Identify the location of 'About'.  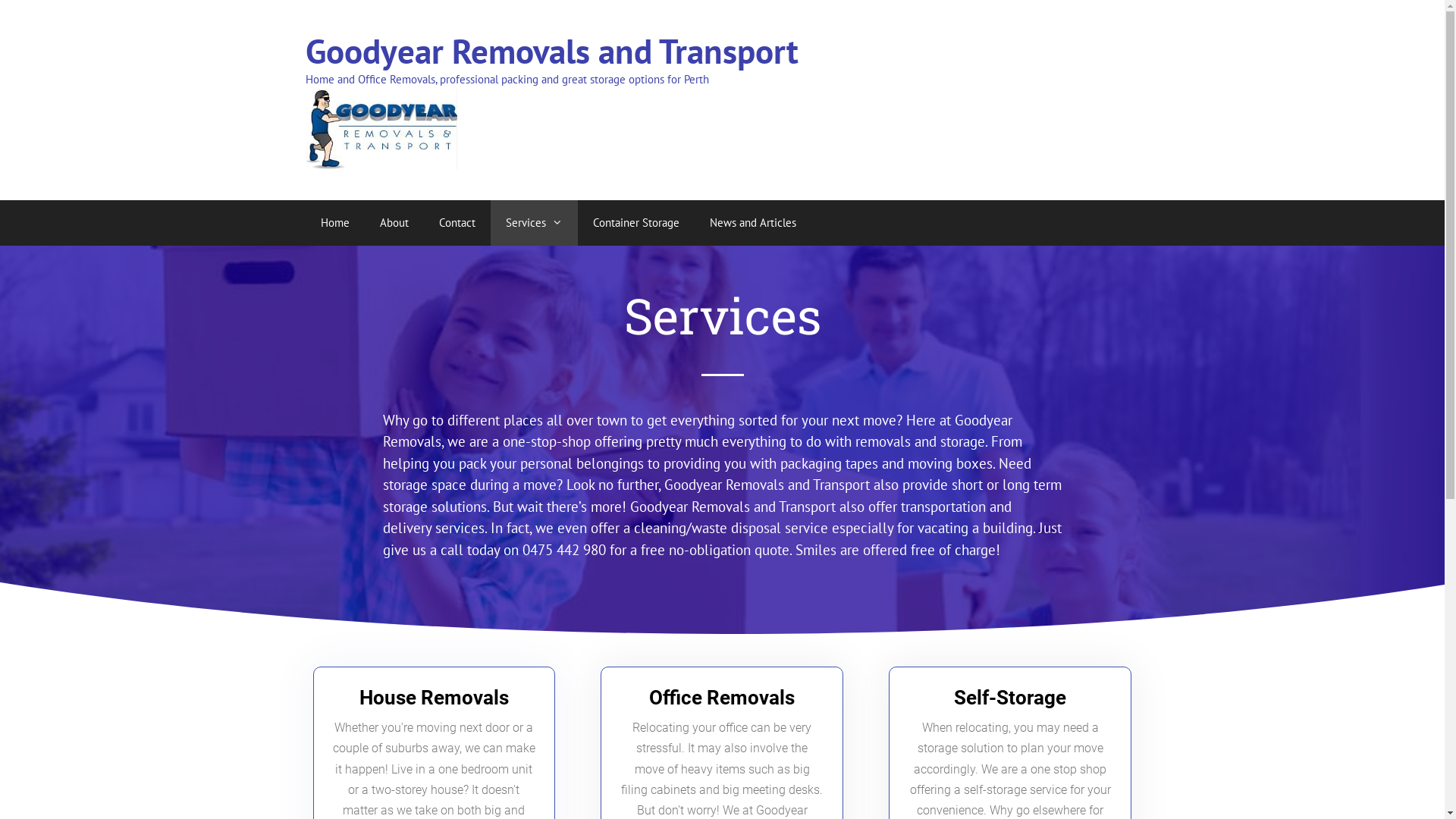
(393, 222).